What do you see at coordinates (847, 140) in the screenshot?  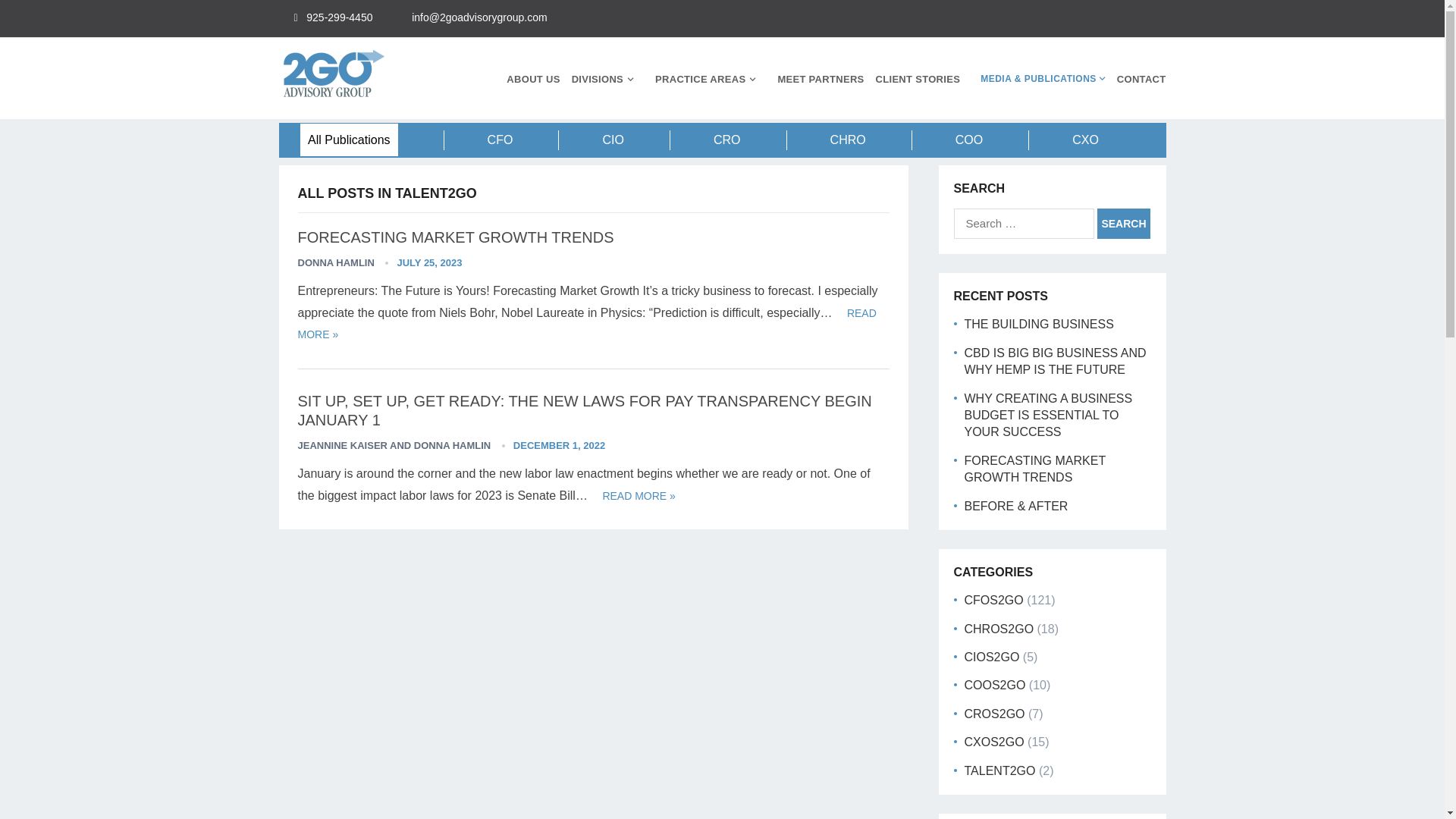 I see `'CHRO'` at bounding box center [847, 140].